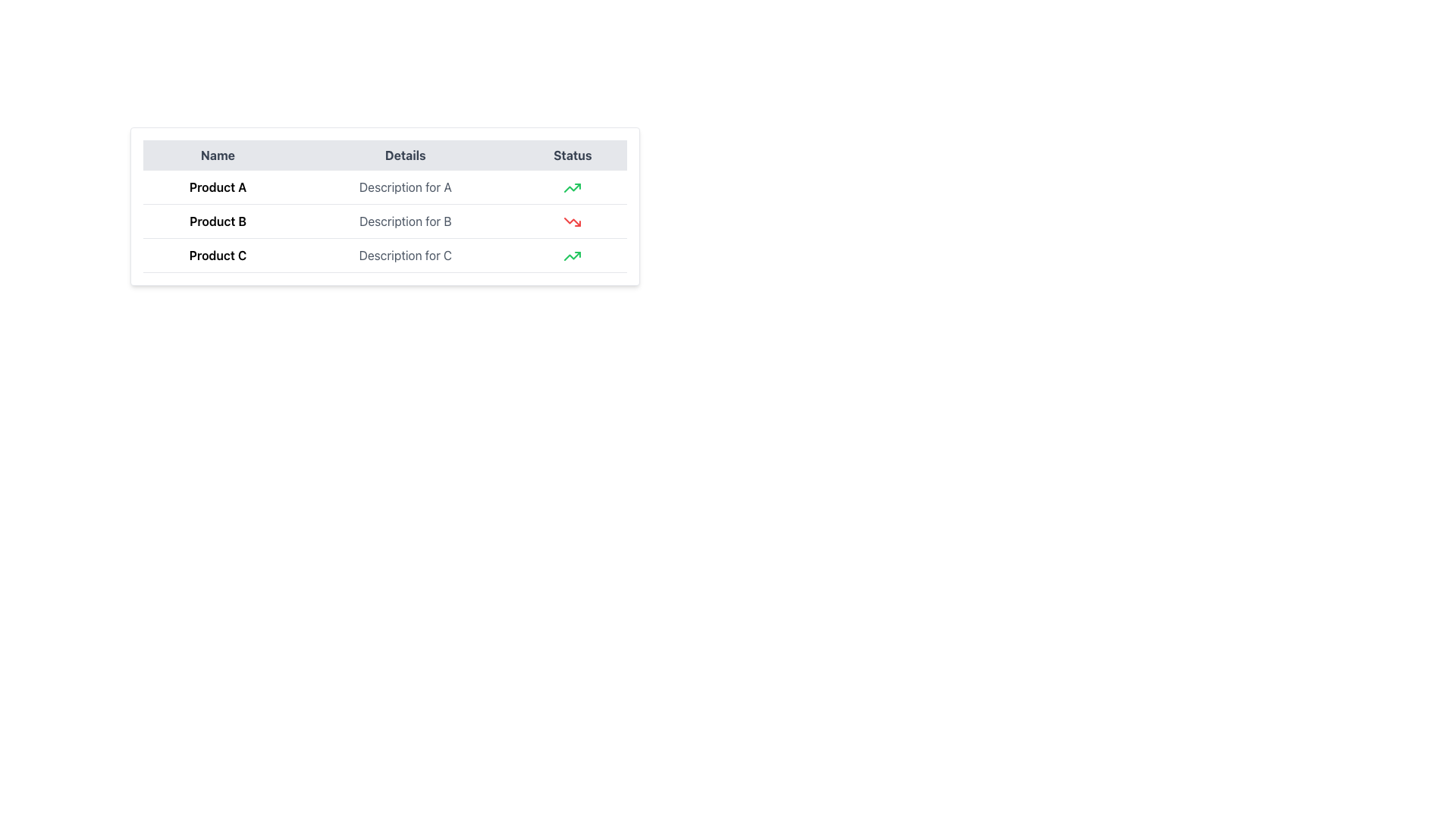 The width and height of the screenshot is (1456, 819). What do you see at coordinates (405, 221) in the screenshot?
I see `the static text label providing additional descriptive text for 'Product B' located in the second row of the 'Details' column in the table` at bounding box center [405, 221].